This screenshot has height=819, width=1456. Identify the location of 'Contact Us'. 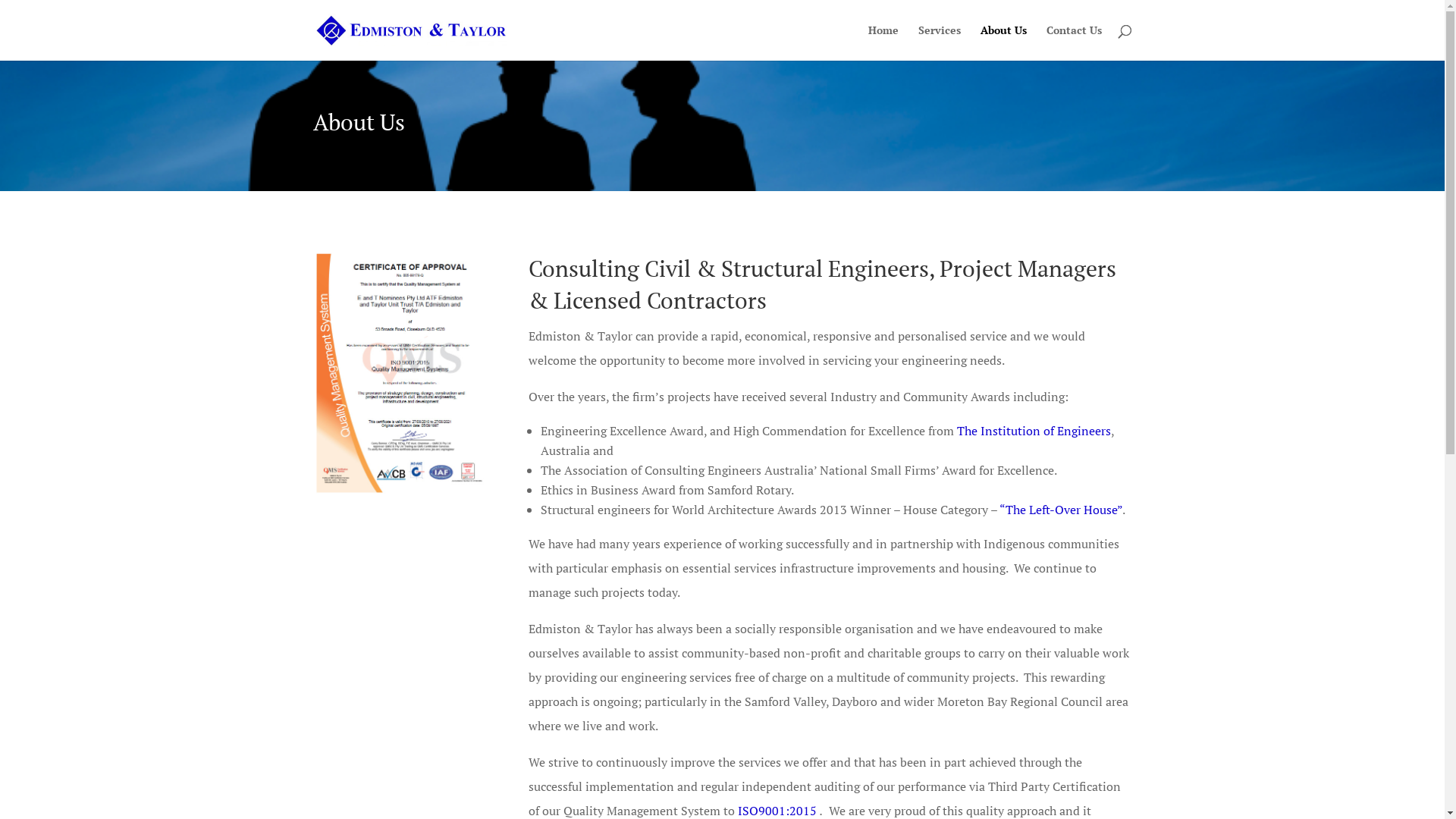
(1046, 42).